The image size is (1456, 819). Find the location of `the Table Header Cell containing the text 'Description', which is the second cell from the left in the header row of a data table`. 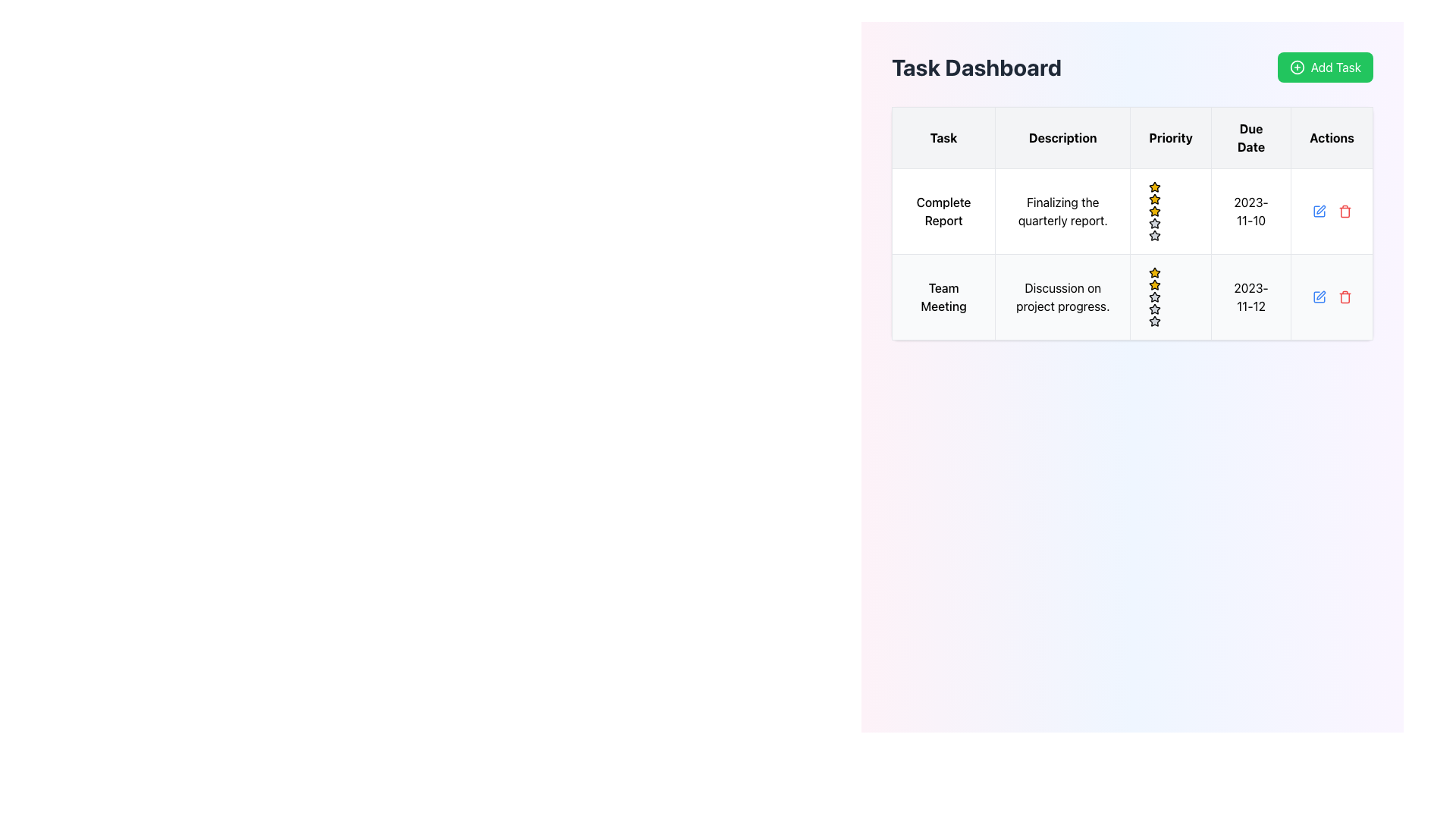

the Table Header Cell containing the text 'Description', which is the second cell from the left in the header row of a data table is located at coordinates (1062, 137).